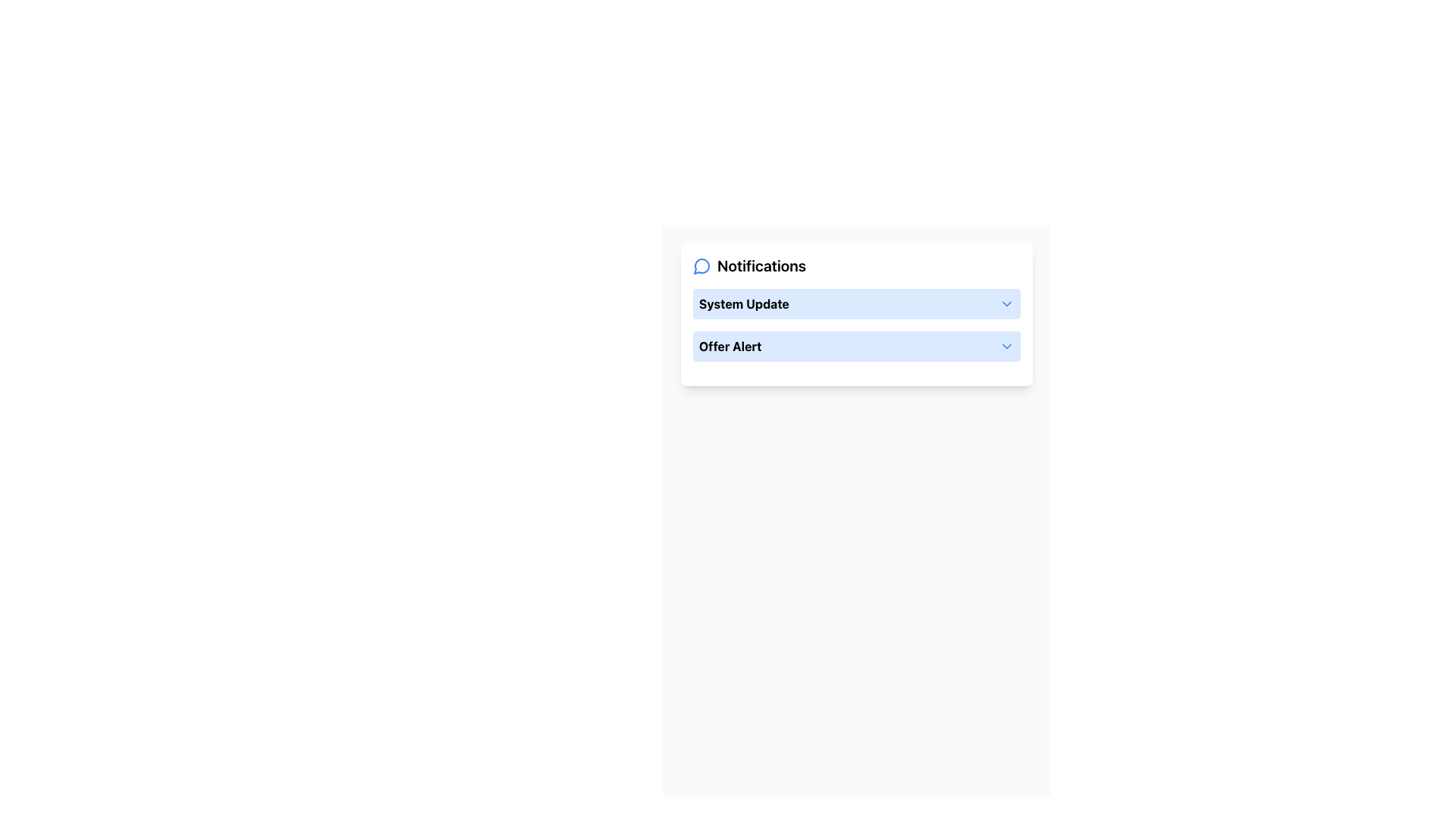  Describe the element at coordinates (701, 265) in the screenshot. I see `the visual indicator icon located to the left of the 'Notifications' title in the header section, which signifies messages, comments, or notifications` at that location.